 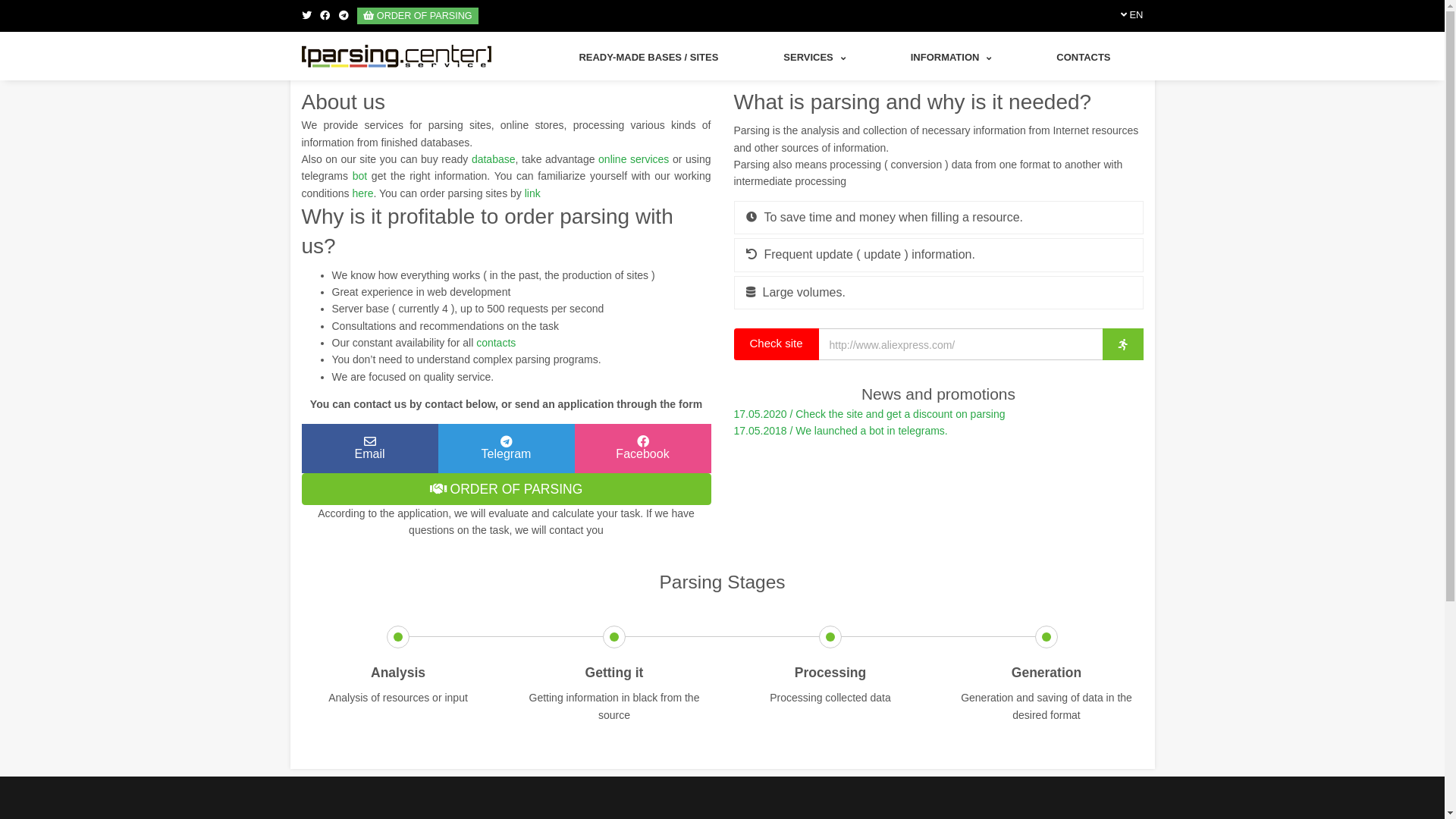 I want to click on 'READY-MADE BASES / SITES', so click(x=648, y=57).